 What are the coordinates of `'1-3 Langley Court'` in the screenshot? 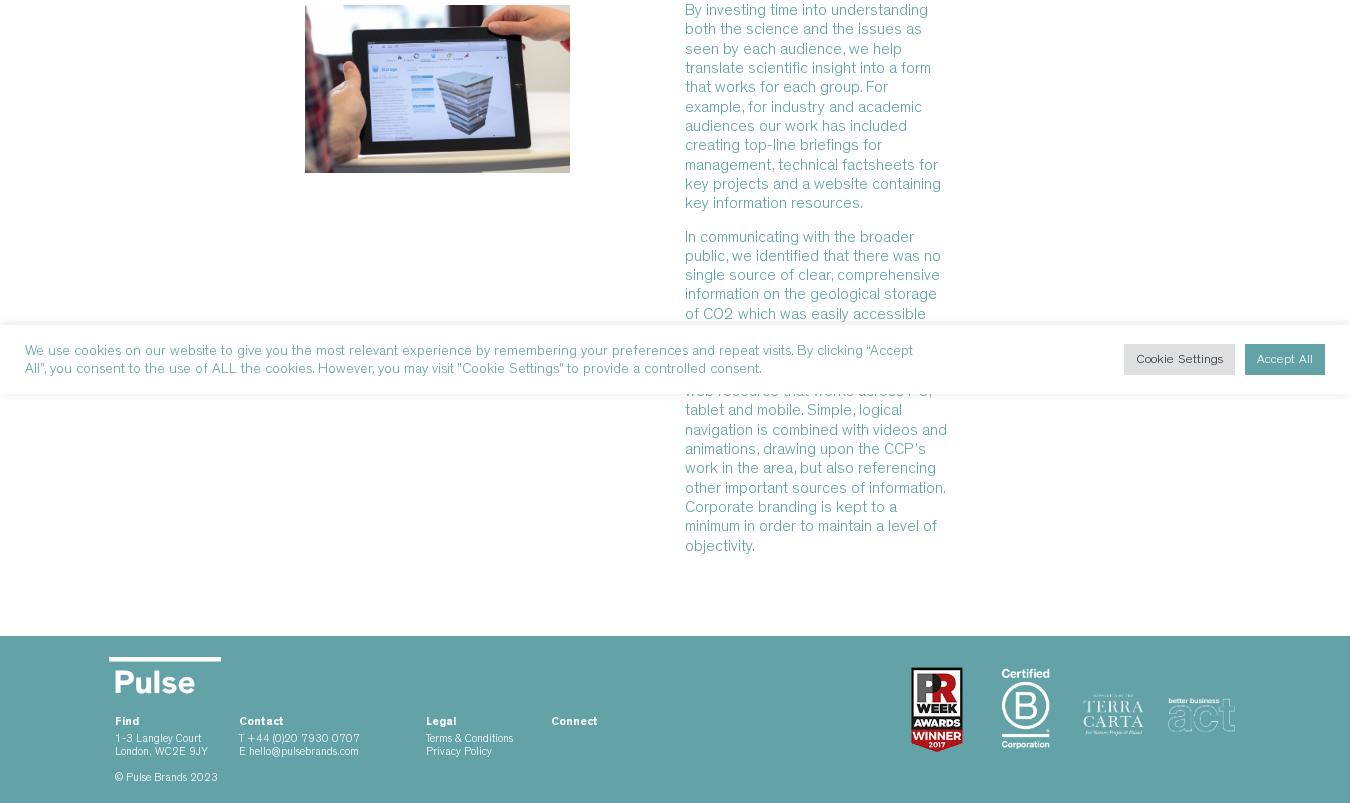 It's located at (115, 737).